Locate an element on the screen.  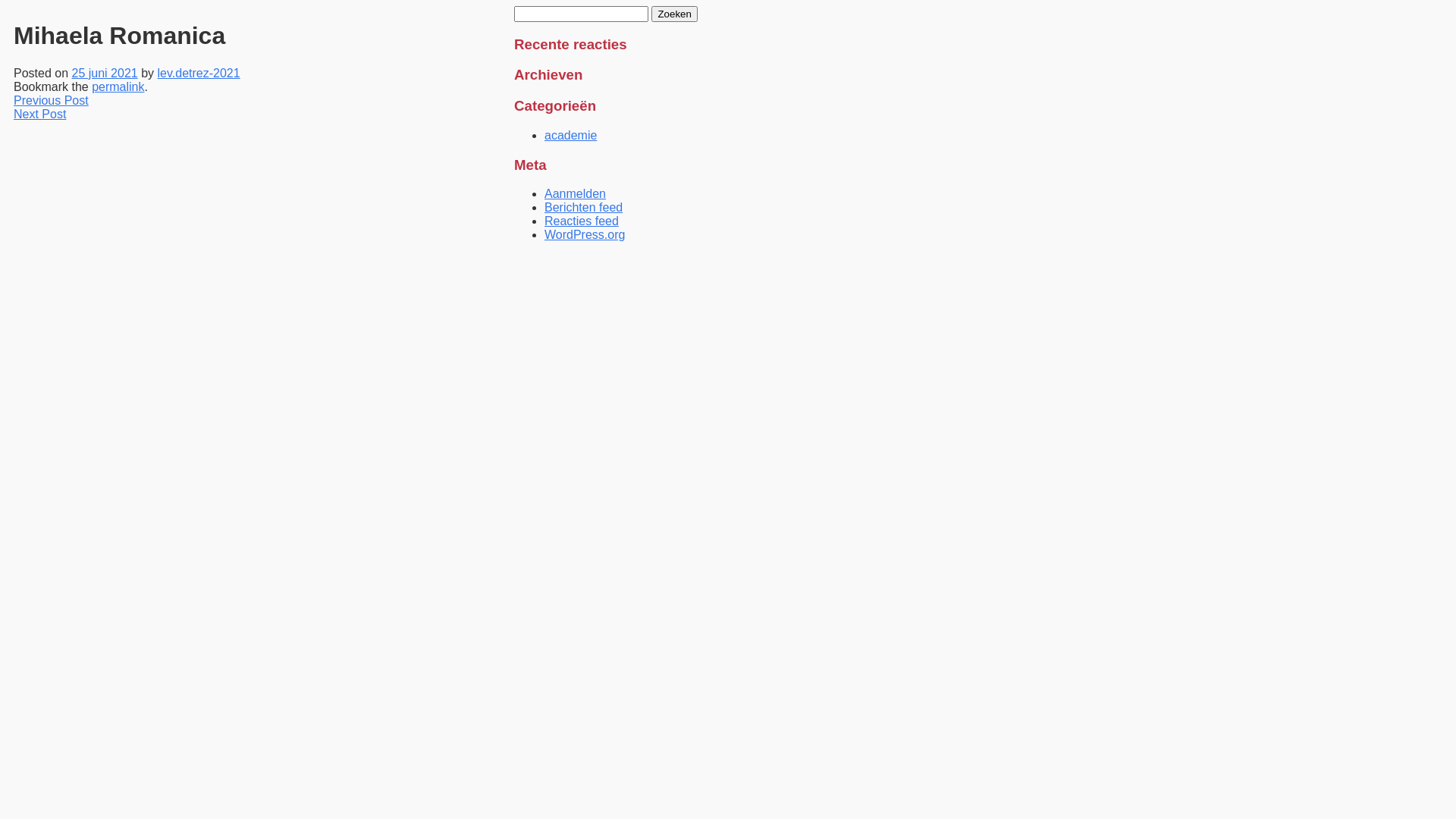
'25 juni 2021' is located at coordinates (104, 73).